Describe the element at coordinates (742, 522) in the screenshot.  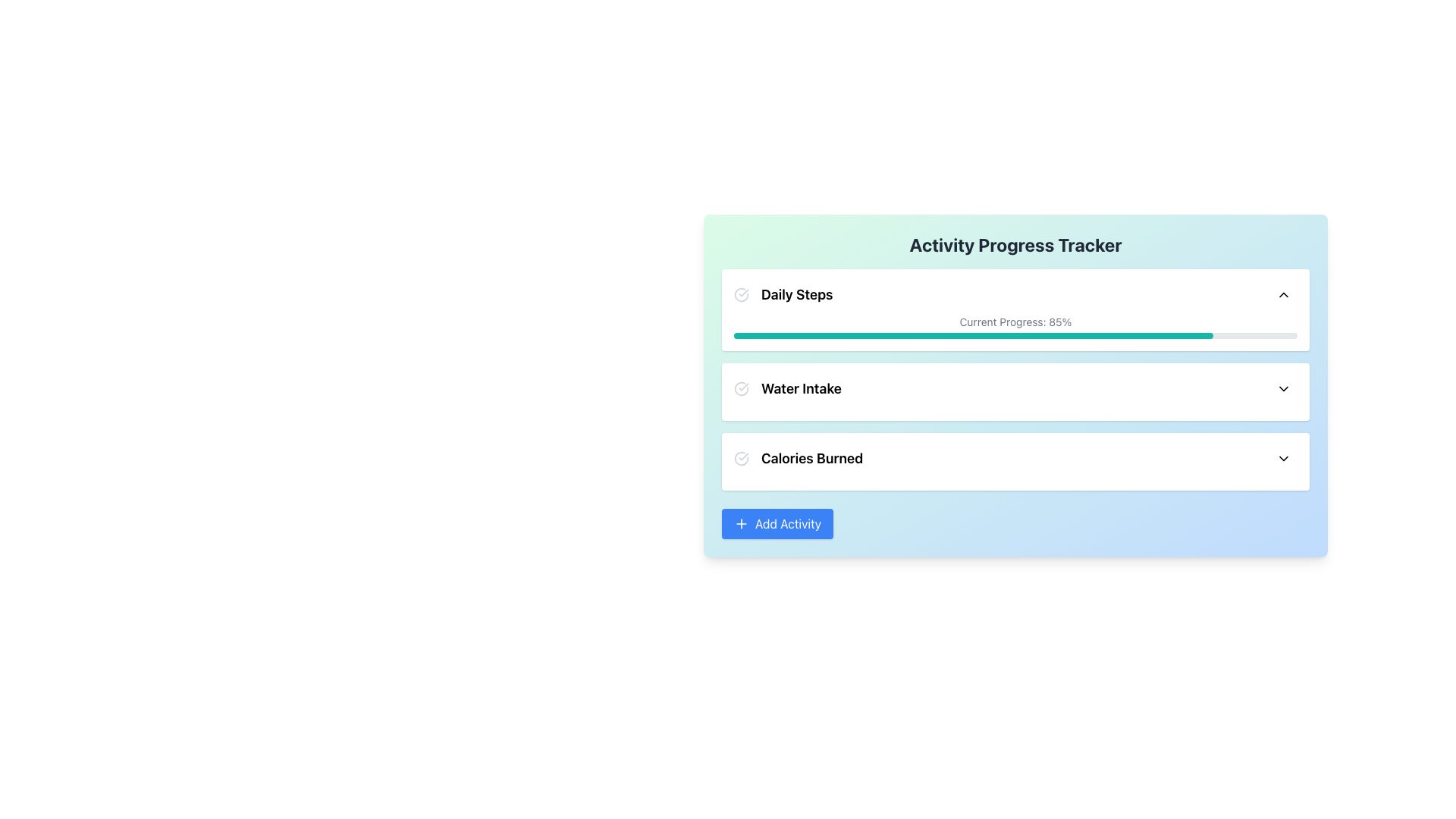
I see `the small blue circular icon with a white plus symbol located to the left of the 'Add Activity' text` at that location.